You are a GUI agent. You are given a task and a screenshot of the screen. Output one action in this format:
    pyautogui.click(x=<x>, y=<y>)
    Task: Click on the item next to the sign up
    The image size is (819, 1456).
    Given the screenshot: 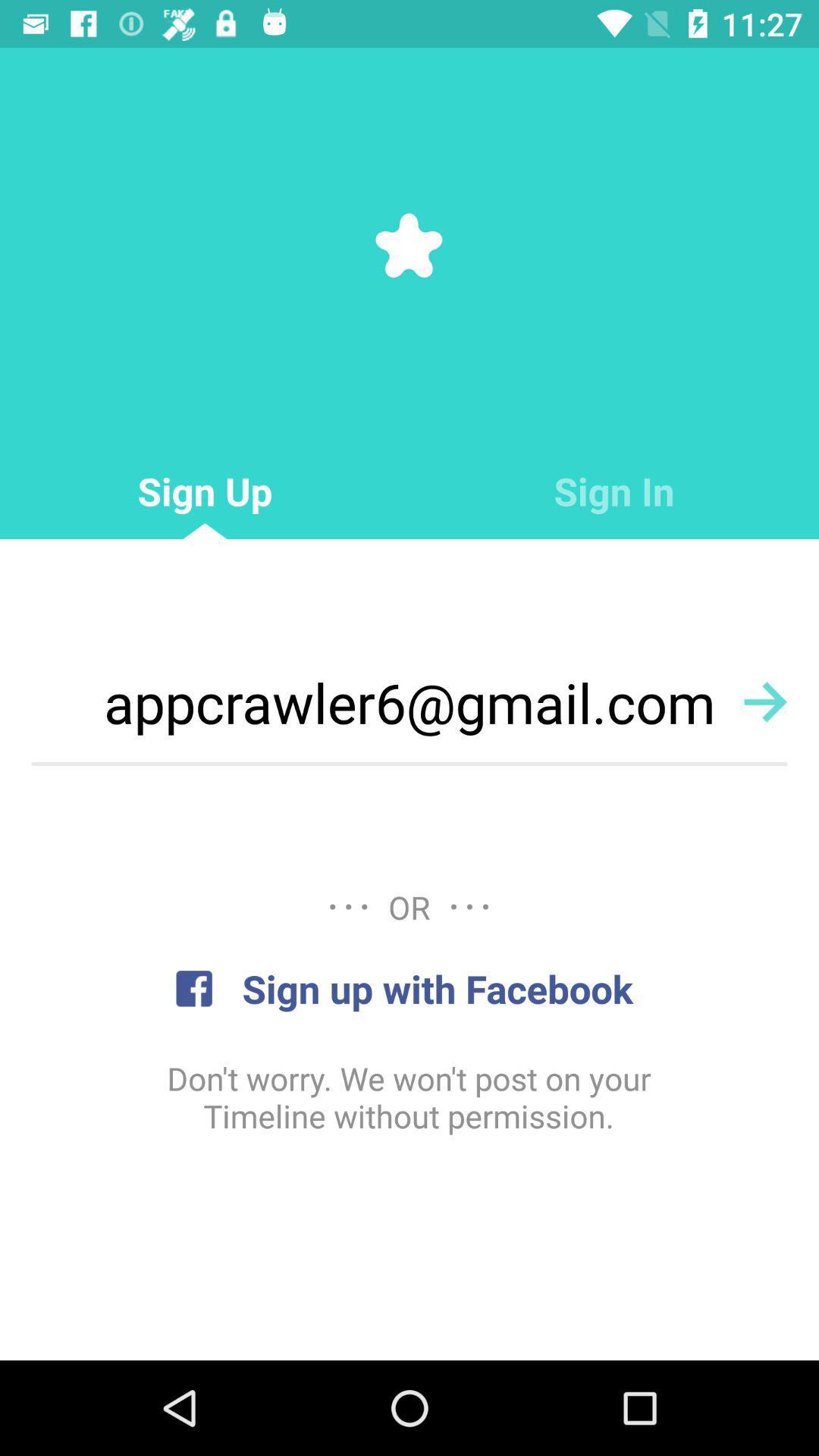 What is the action you would take?
    pyautogui.click(x=614, y=491)
    